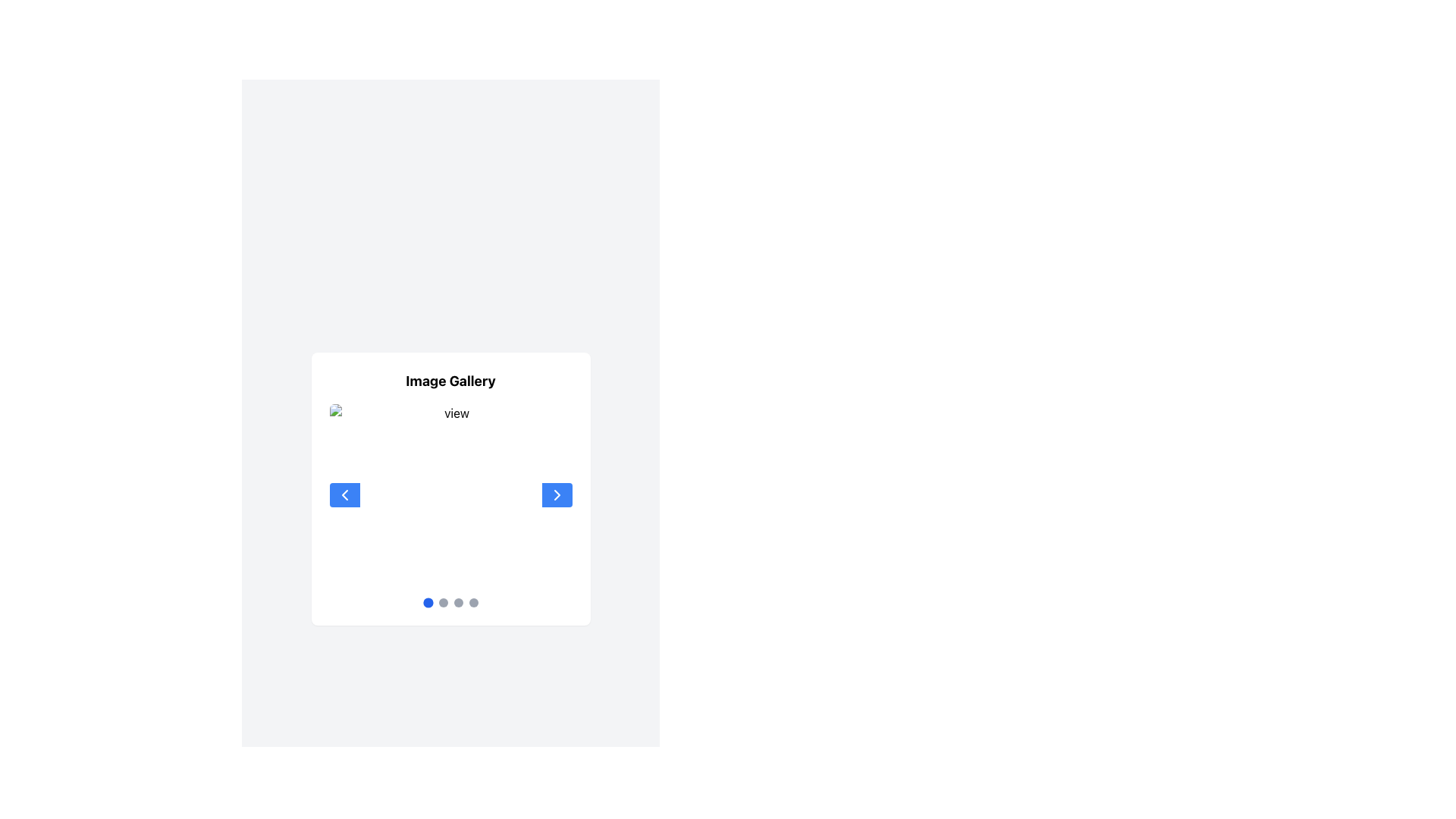 The height and width of the screenshot is (819, 1456). I want to click on the fourth dot of the carousel control indicators, so click(472, 601).